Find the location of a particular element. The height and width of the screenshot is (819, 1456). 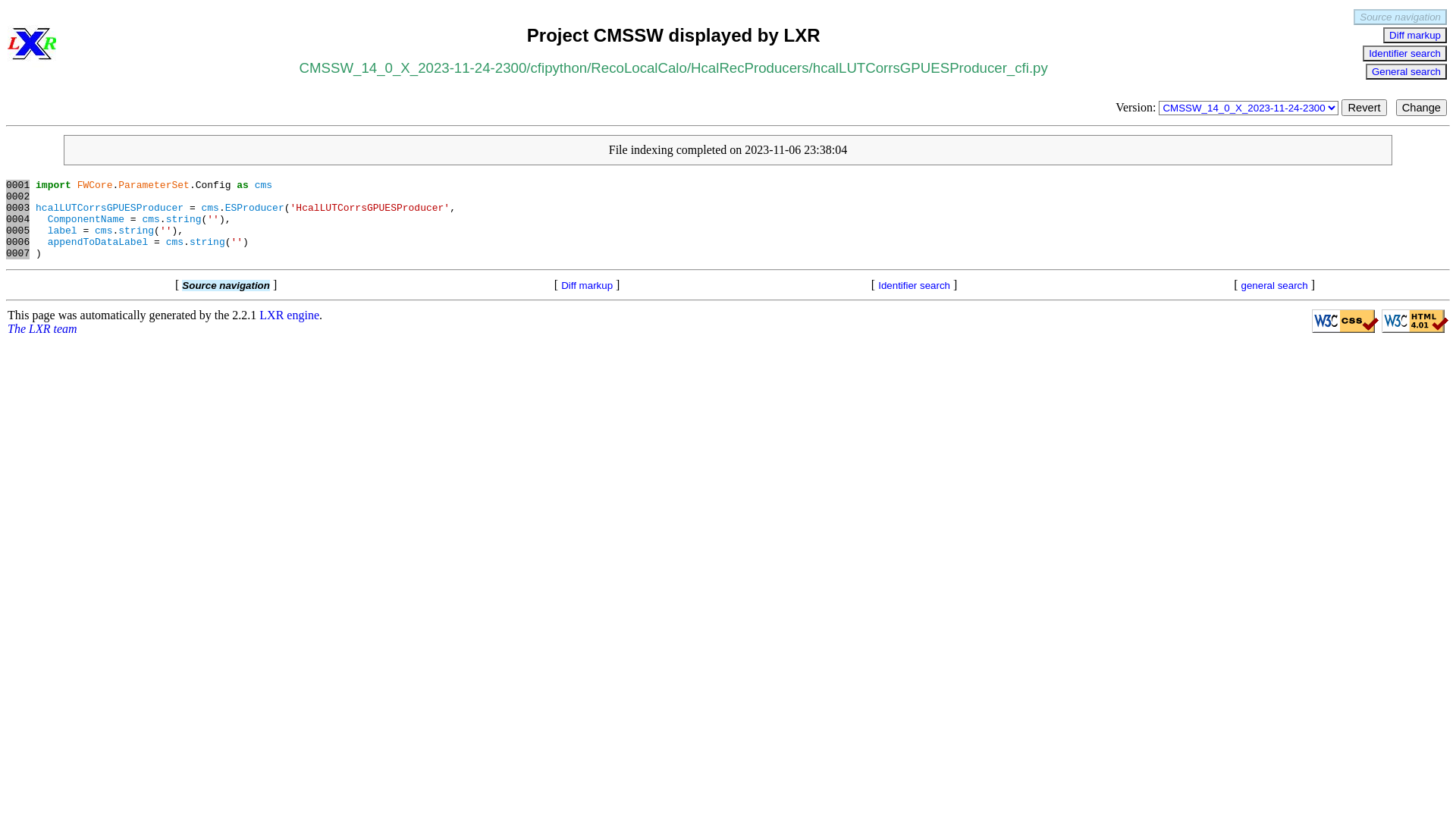

'RecoLocalCalo' is located at coordinates (639, 67).